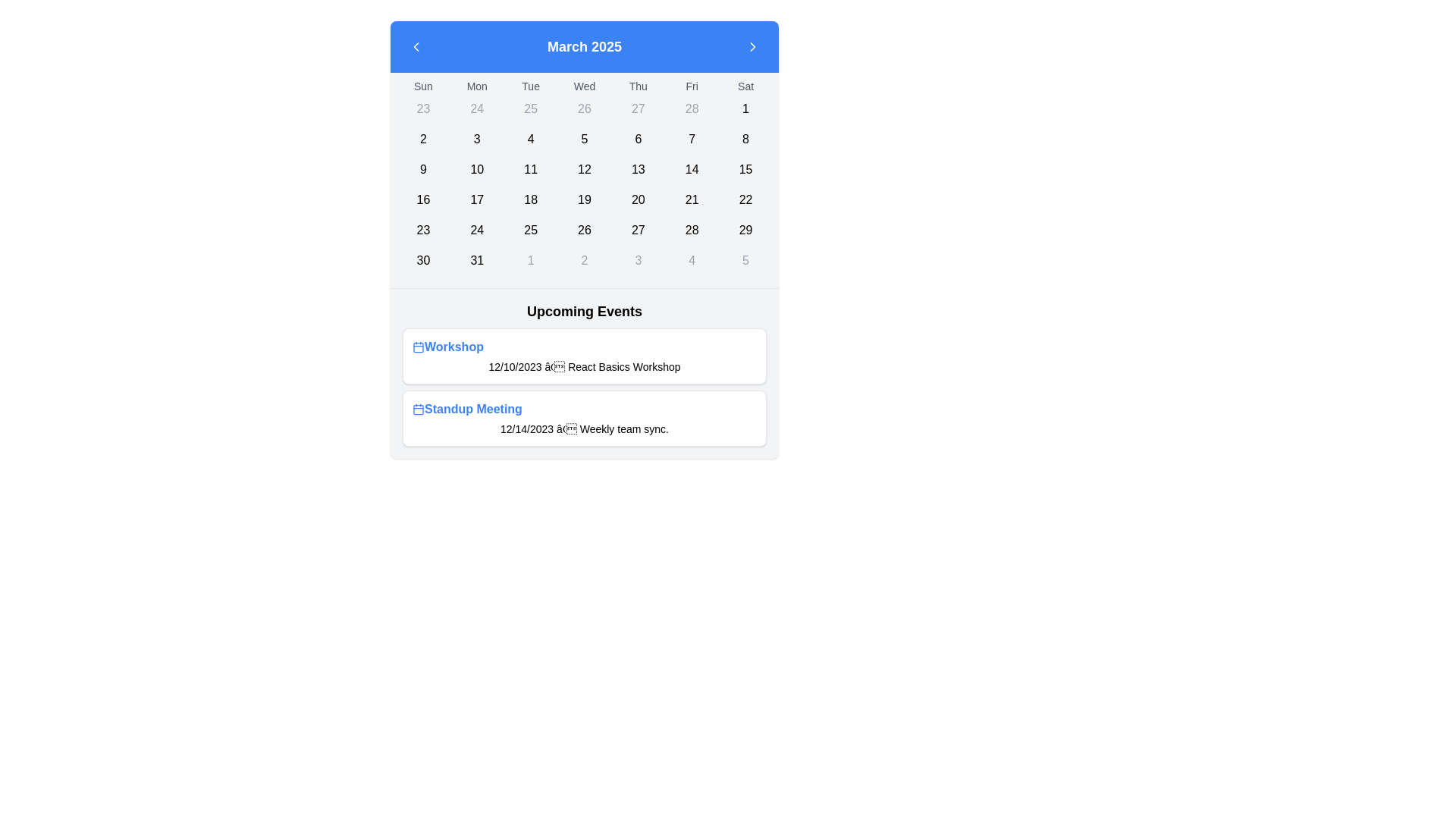  I want to click on the calendar day cell displaying the number '5' in March 2025, located in the third row and fourth column, so click(584, 140).